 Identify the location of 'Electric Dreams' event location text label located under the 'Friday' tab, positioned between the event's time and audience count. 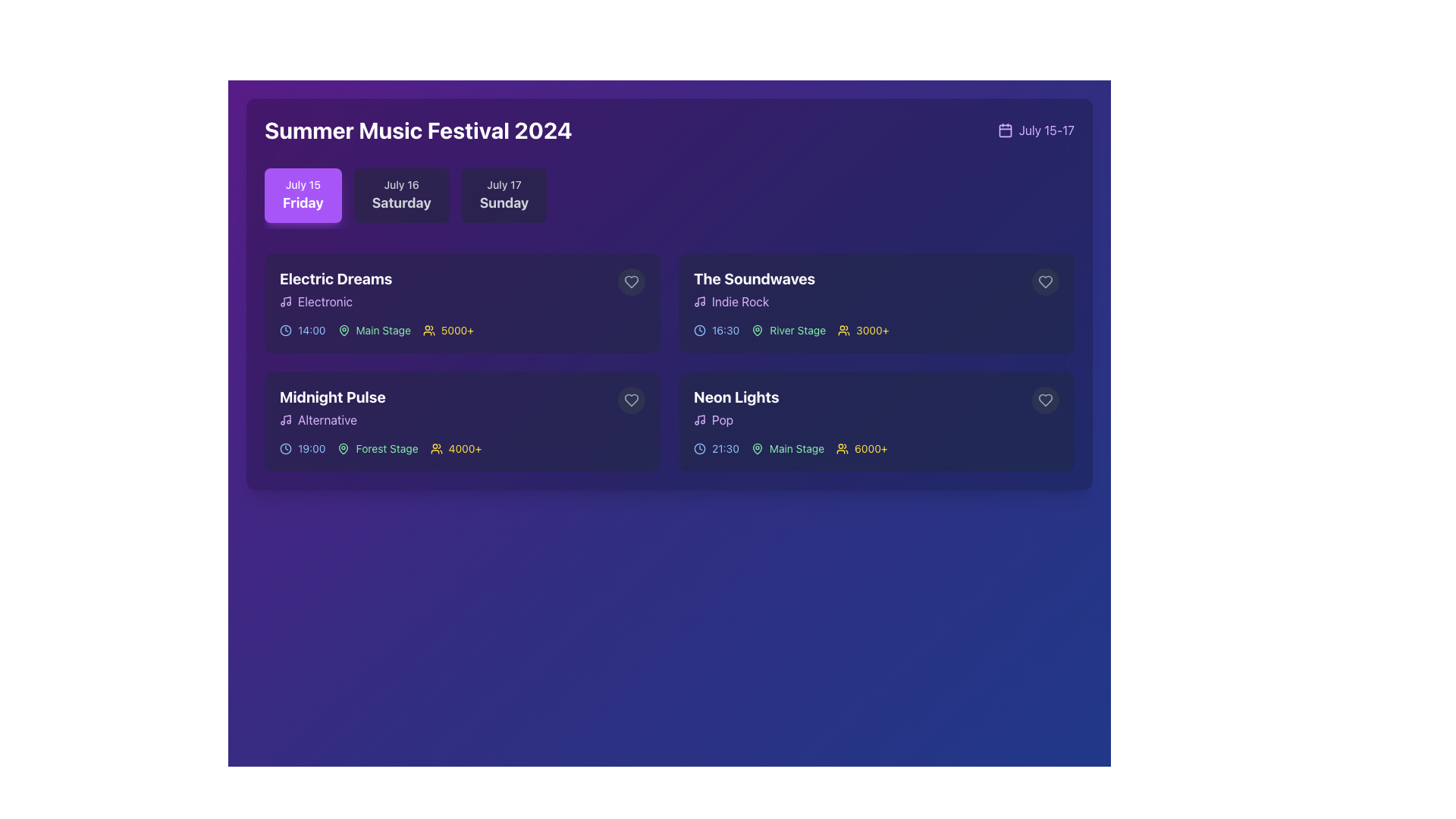
(374, 329).